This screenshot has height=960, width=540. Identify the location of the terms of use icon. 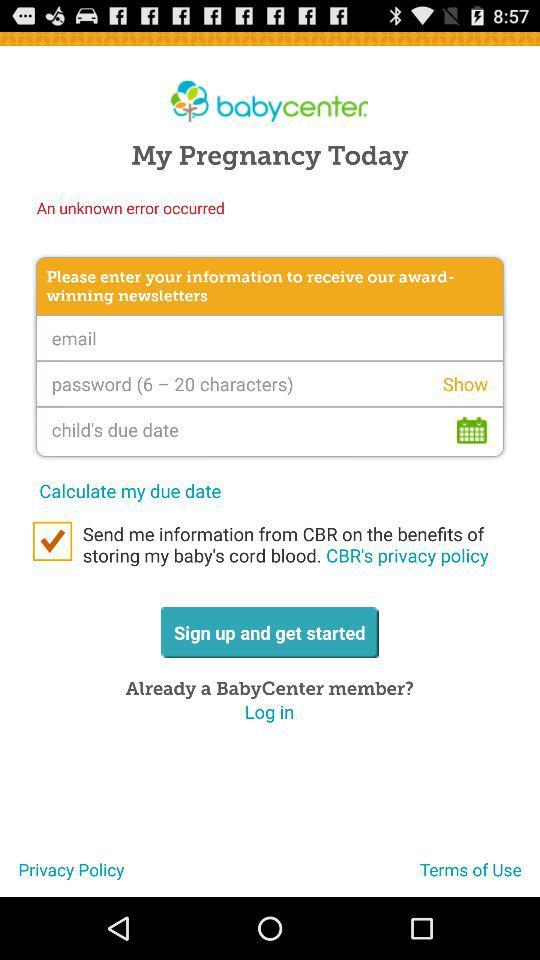
(479, 876).